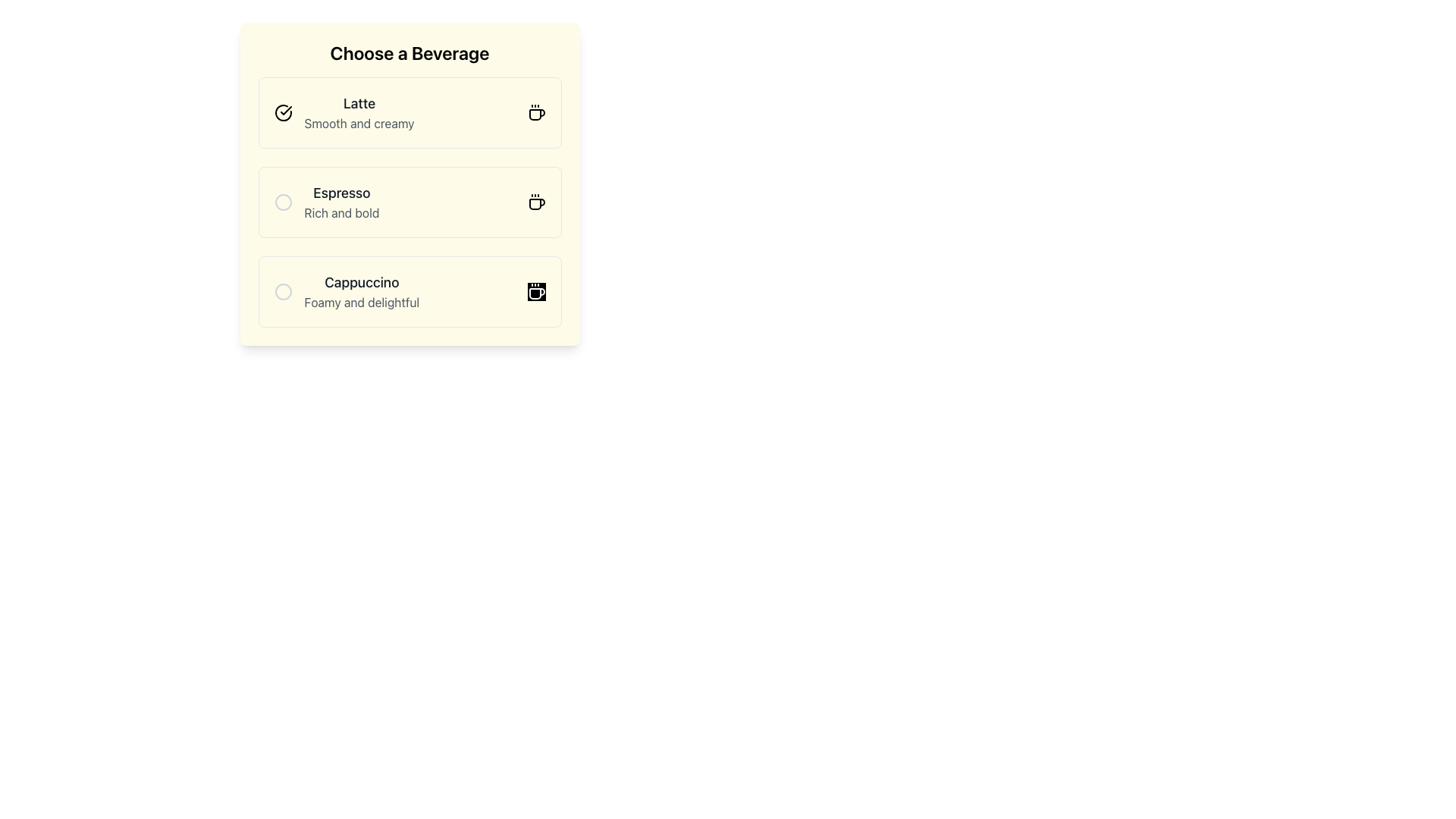 This screenshot has width=1456, height=819. I want to click on the 'Cappuccino' icon, which is located at the rightmost side of the list item describing 'Cappuccino', aligned horizontally with the text 'Cappuccino' and 'Foamy and delightful', so click(536, 292).